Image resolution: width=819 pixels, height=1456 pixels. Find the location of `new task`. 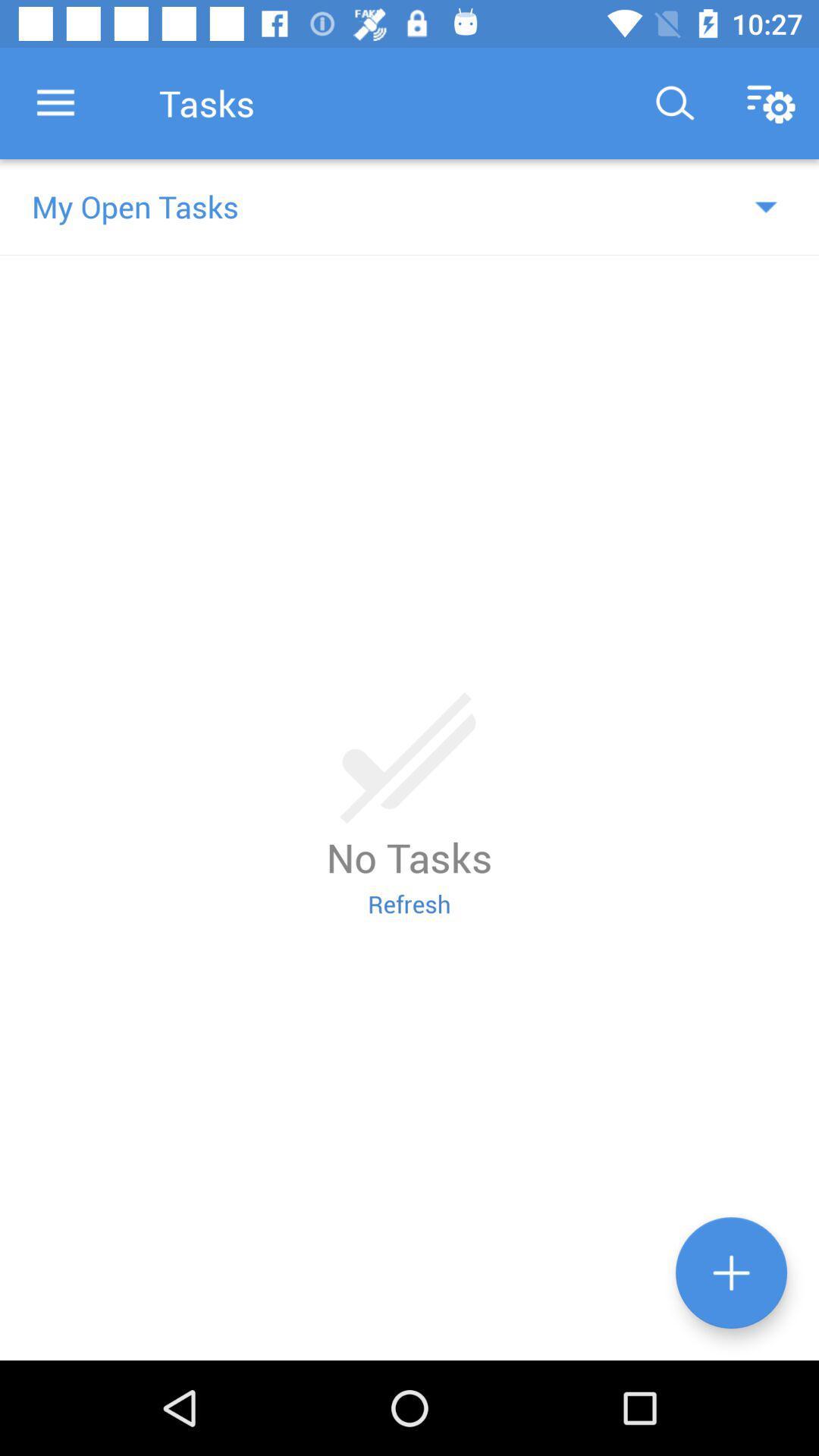

new task is located at coordinates (730, 1272).